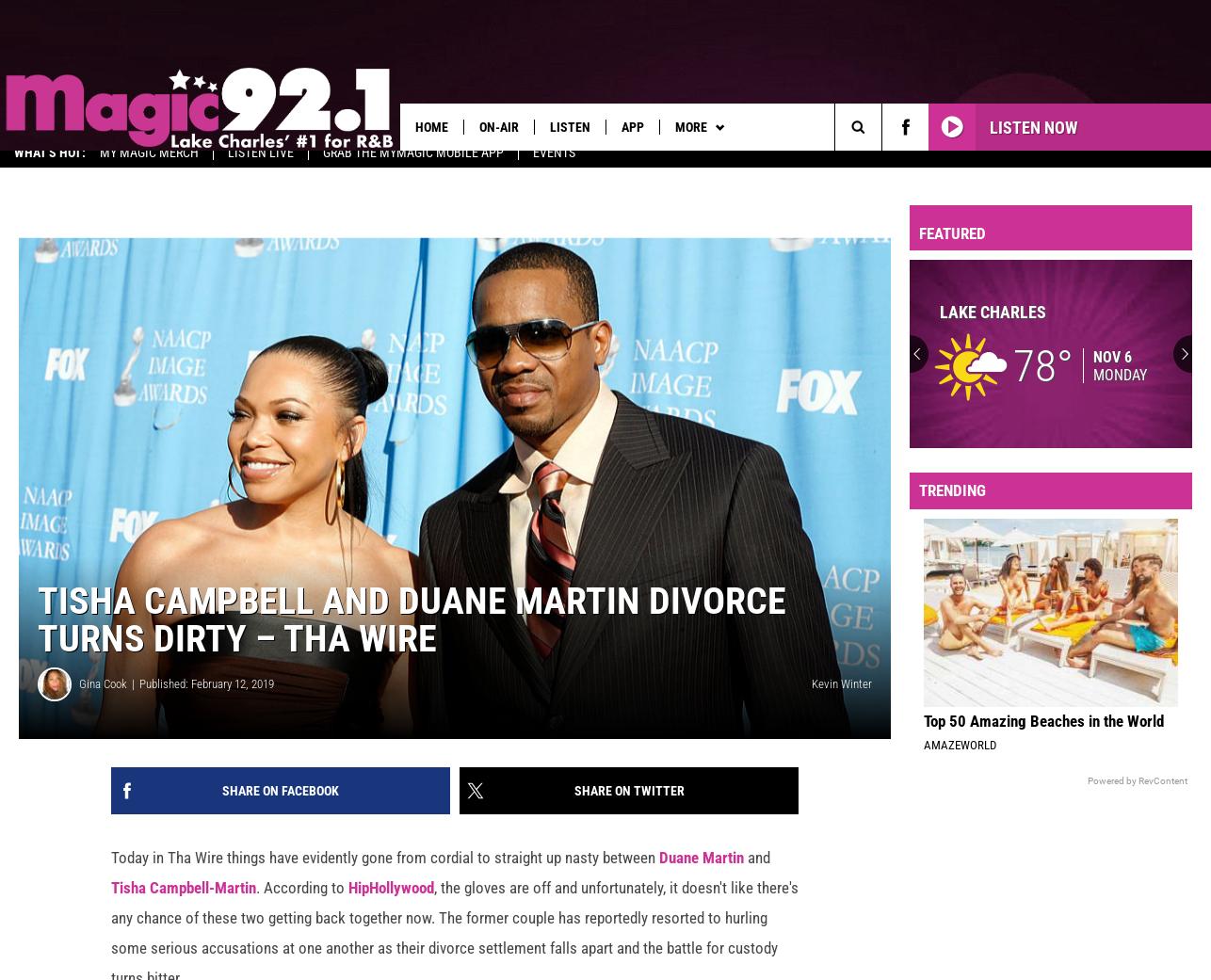 Image resolution: width=1211 pixels, height=980 pixels. I want to click on 'My Magic Merch', so click(99, 166).